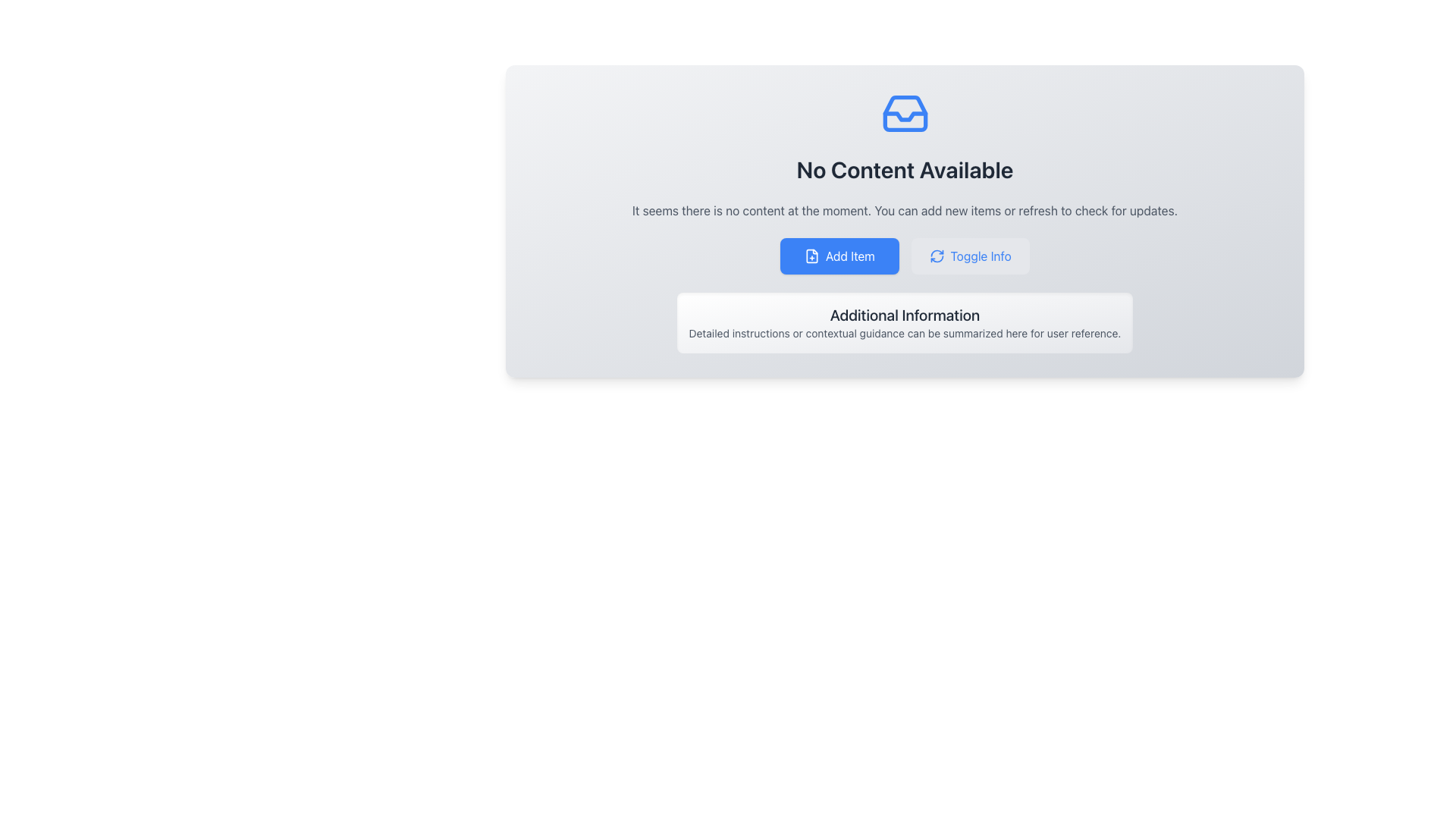 The width and height of the screenshot is (1456, 819). What do you see at coordinates (905, 332) in the screenshot?
I see `text from the Text block located below the title 'Additional Information', which provides detailed instructions or contextual guidance` at bounding box center [905, 332].